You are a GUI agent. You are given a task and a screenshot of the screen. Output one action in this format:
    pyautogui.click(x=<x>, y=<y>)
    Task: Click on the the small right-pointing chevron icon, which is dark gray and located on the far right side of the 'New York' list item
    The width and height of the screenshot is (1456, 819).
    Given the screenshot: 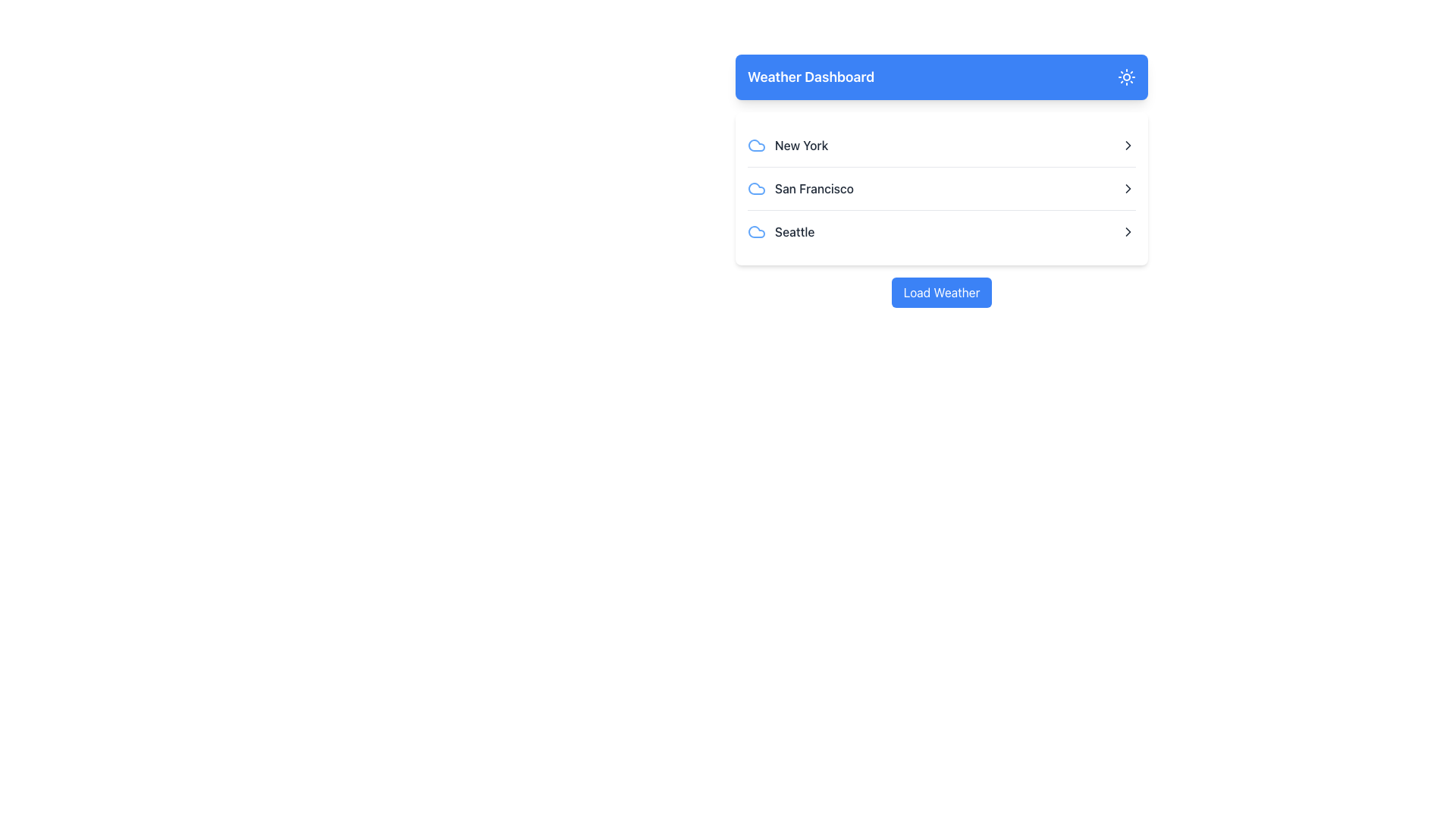 What is the action you would take?
    pyautogui.click(x=1128, y=146)
    